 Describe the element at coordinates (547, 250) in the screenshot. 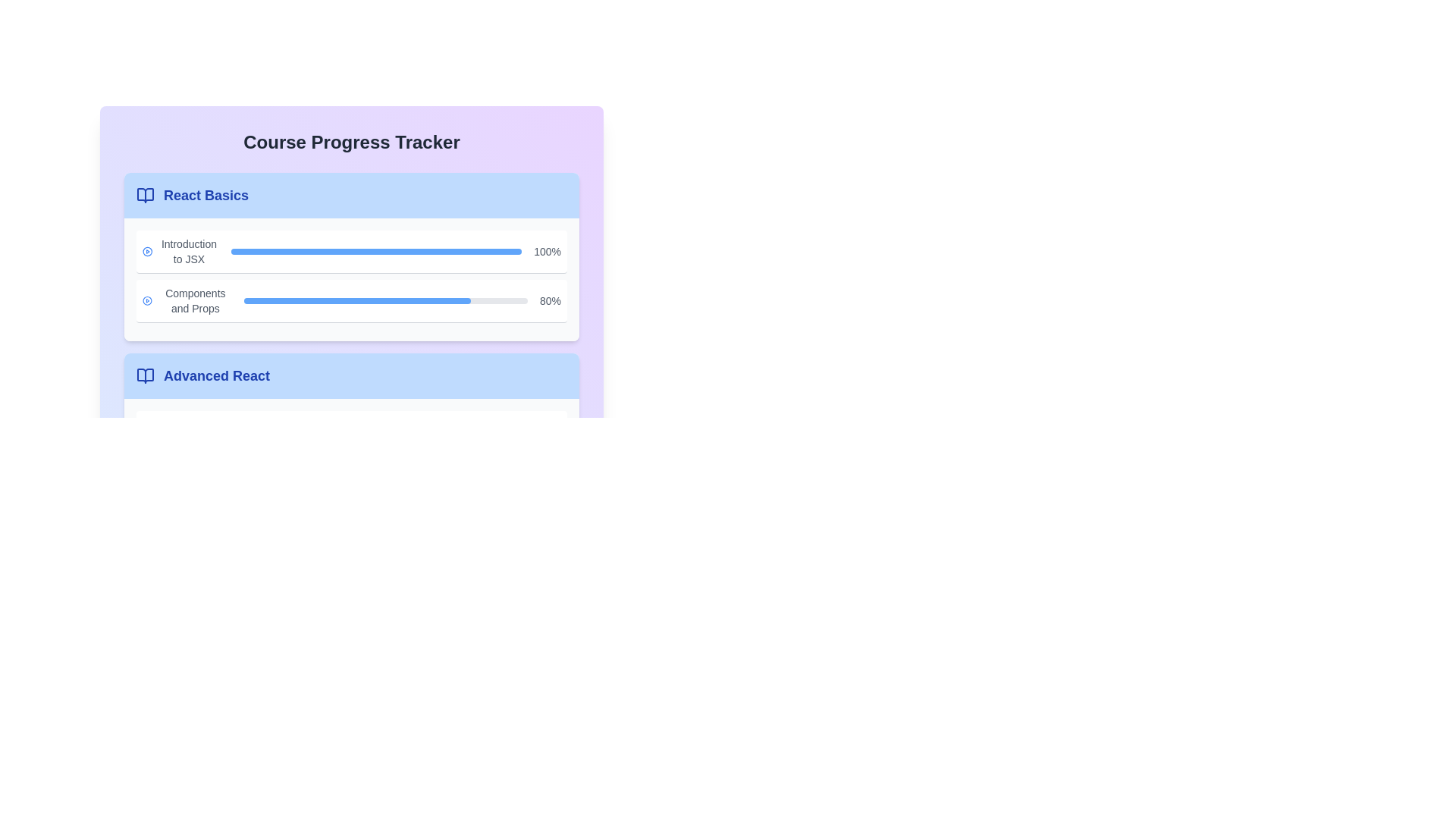

I see `numeric percentage label displaying '100%' located in the top-right corner of the card-like section, positioned to the right of the progress bar` at that location.